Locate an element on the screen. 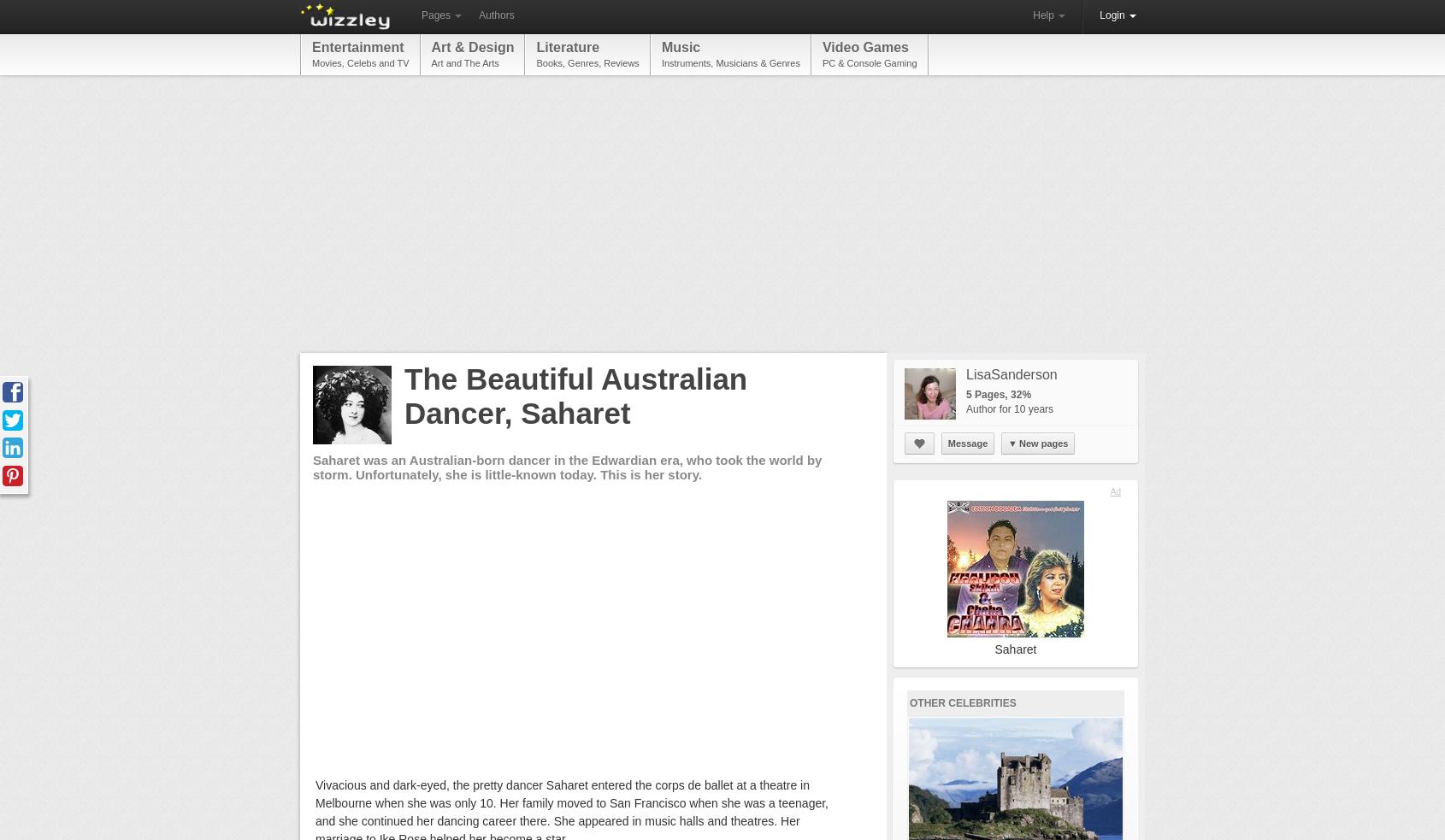  'katiem2' is located at coordinates (1033, 731).